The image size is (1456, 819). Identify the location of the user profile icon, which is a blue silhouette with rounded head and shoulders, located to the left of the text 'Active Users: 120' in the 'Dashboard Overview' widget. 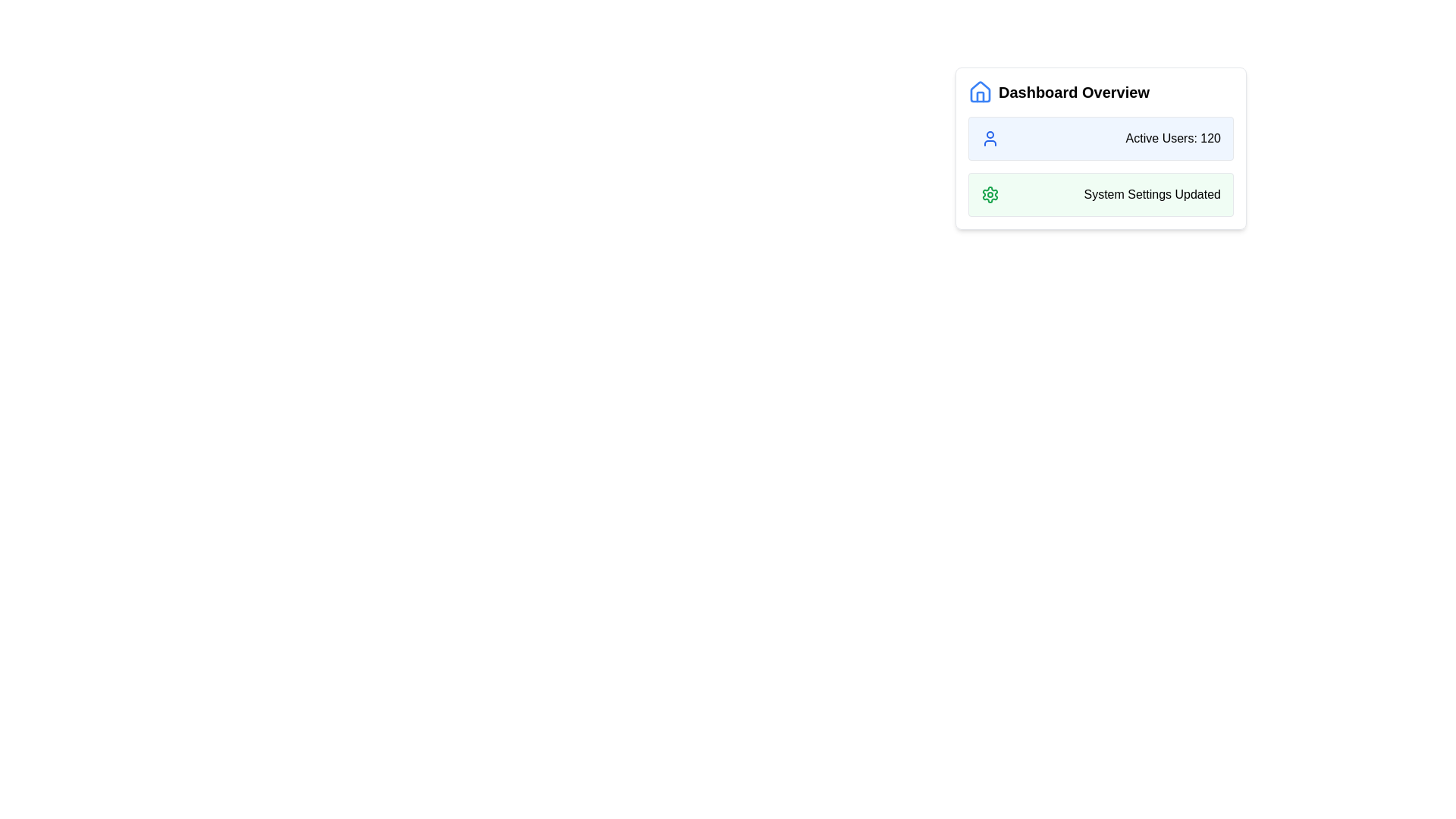
(990, 138).